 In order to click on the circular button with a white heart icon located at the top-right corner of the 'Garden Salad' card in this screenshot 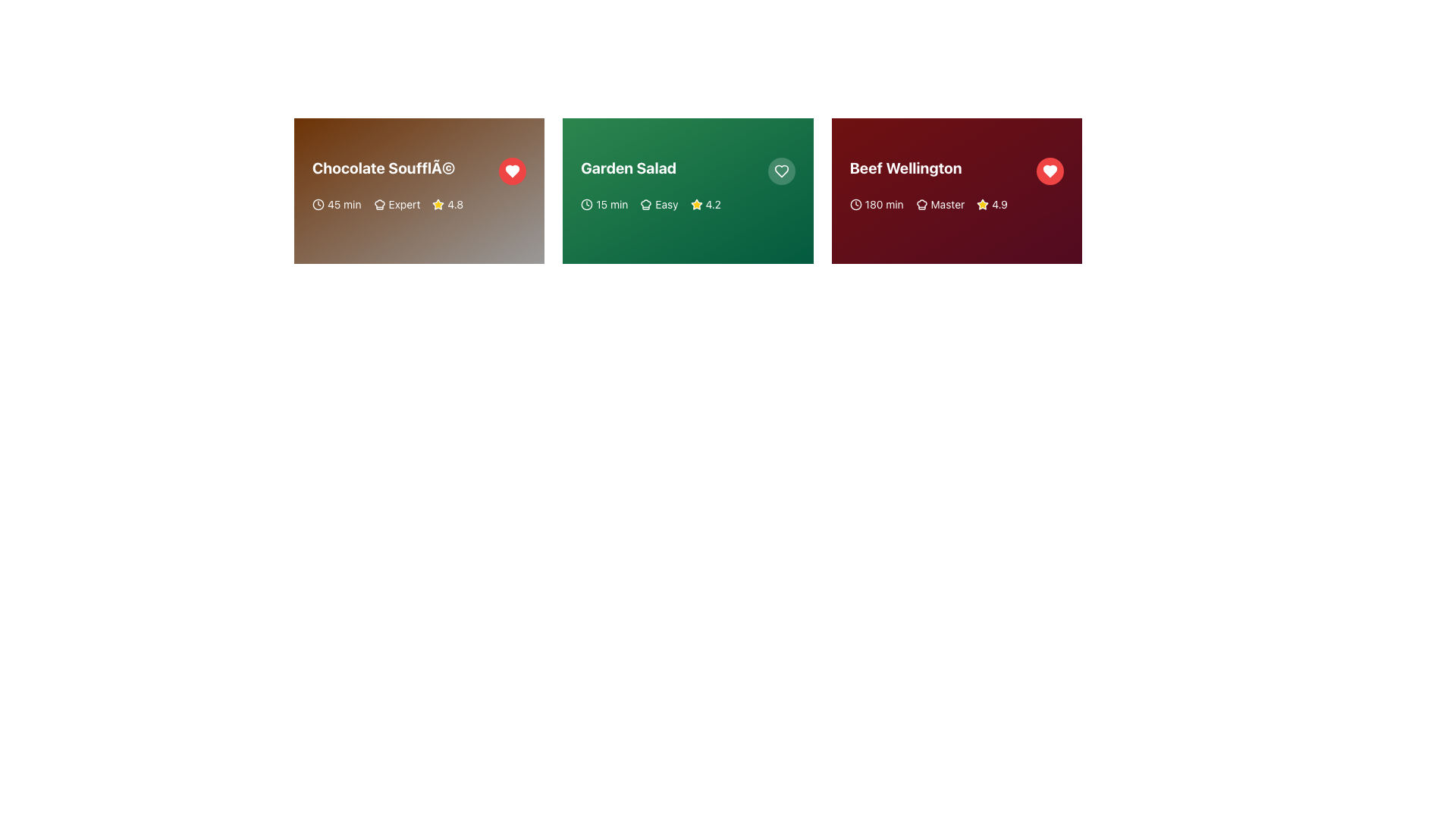, I will do `click(781, 171)`.